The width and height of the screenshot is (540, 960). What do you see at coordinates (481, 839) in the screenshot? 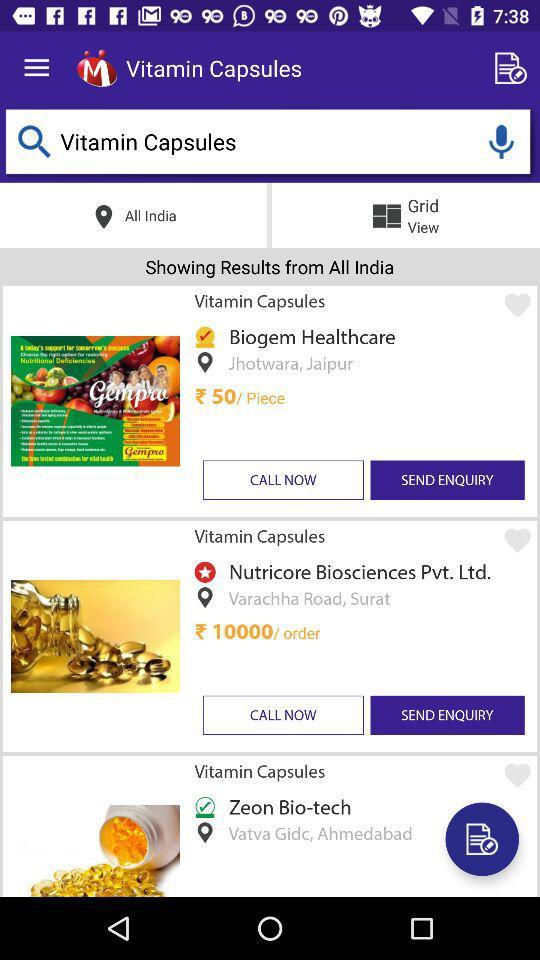
I see `print page` at bounding box center [481, 839].